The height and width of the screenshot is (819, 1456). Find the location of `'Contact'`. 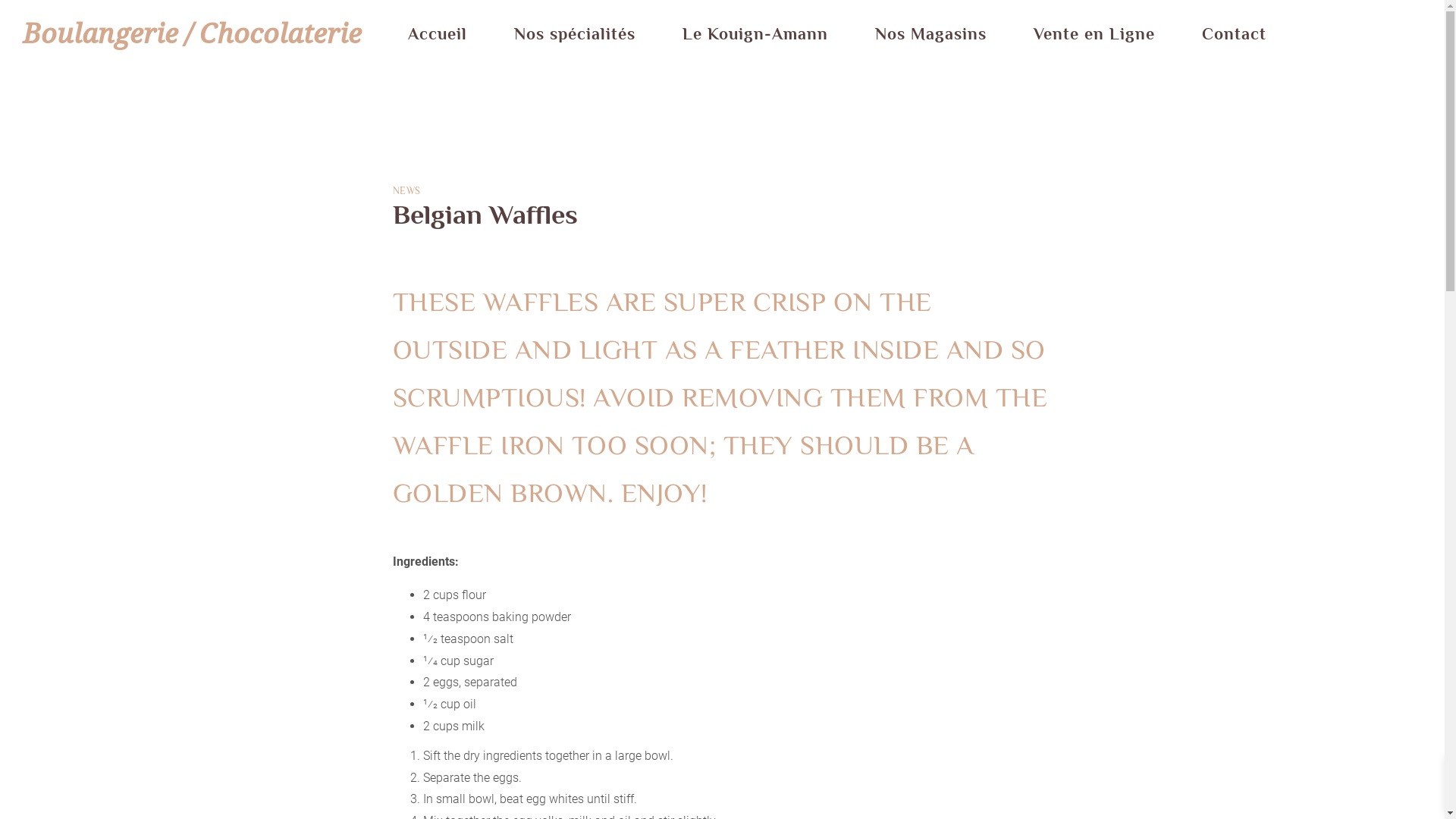

'Contact' is located at coordinates (1234, 34).